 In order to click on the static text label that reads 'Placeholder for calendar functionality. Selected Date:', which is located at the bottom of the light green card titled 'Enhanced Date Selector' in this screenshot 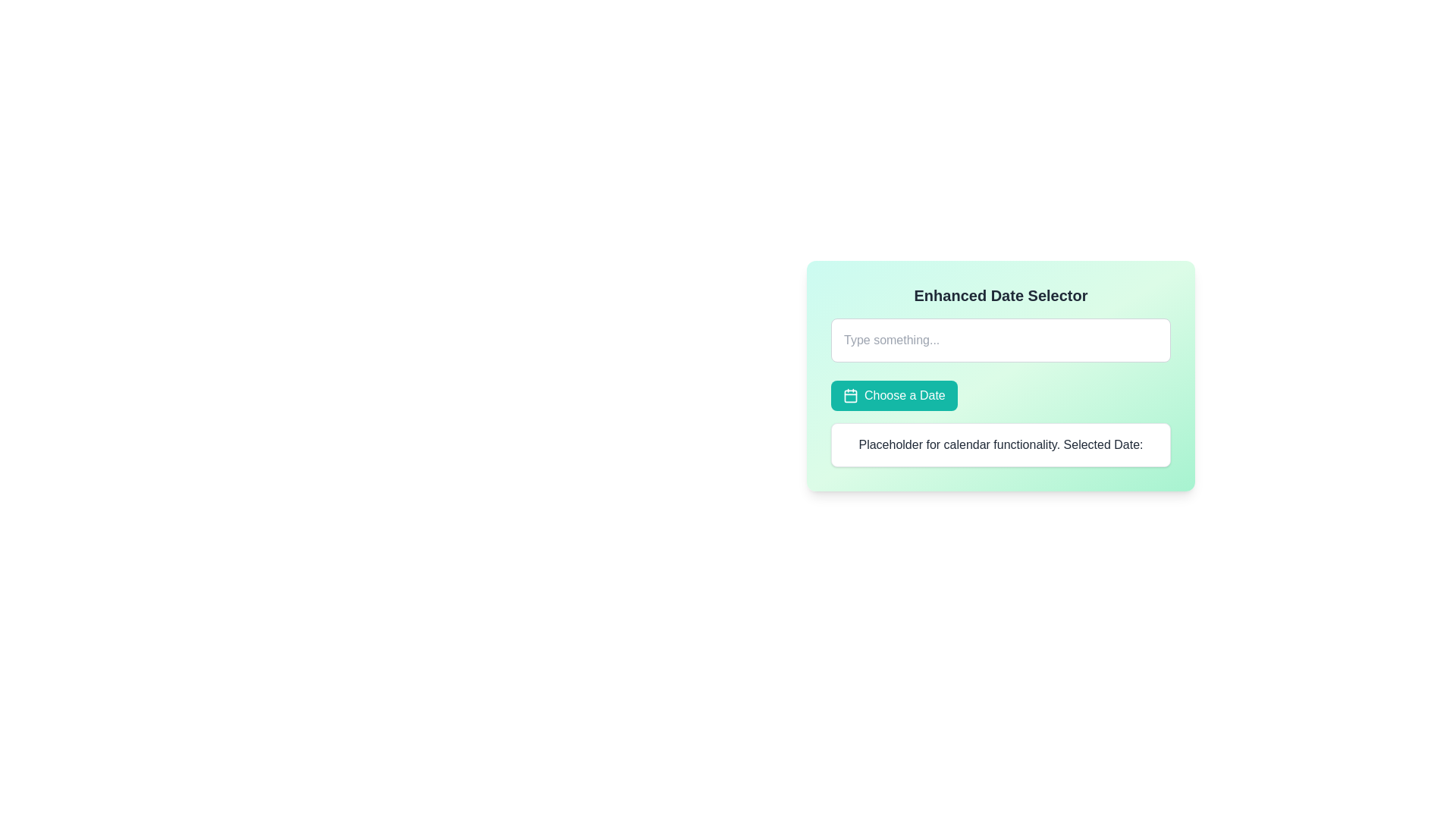, I will do `click(1001, 444)`.